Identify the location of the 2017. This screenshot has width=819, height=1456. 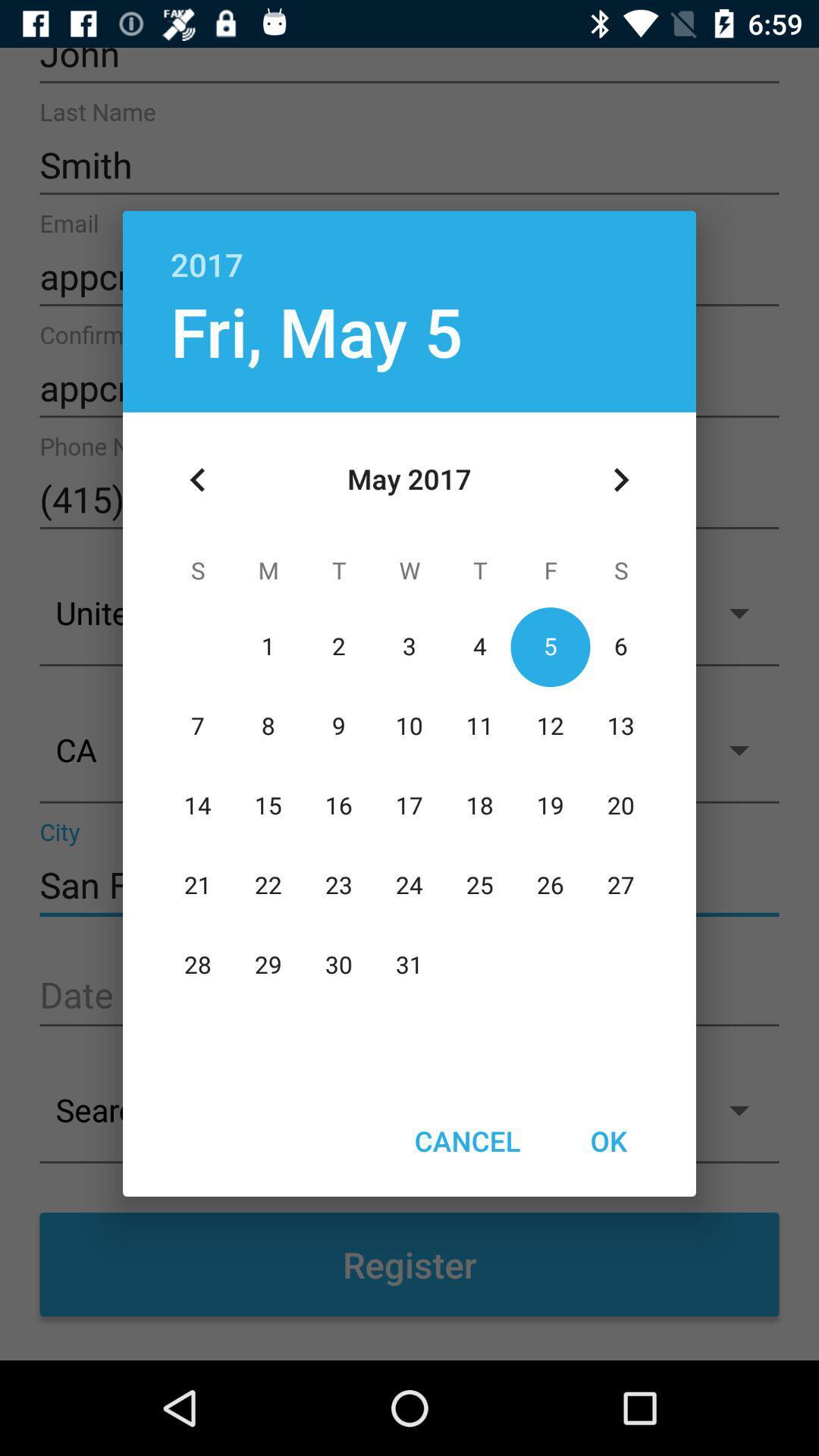
(409, 248).